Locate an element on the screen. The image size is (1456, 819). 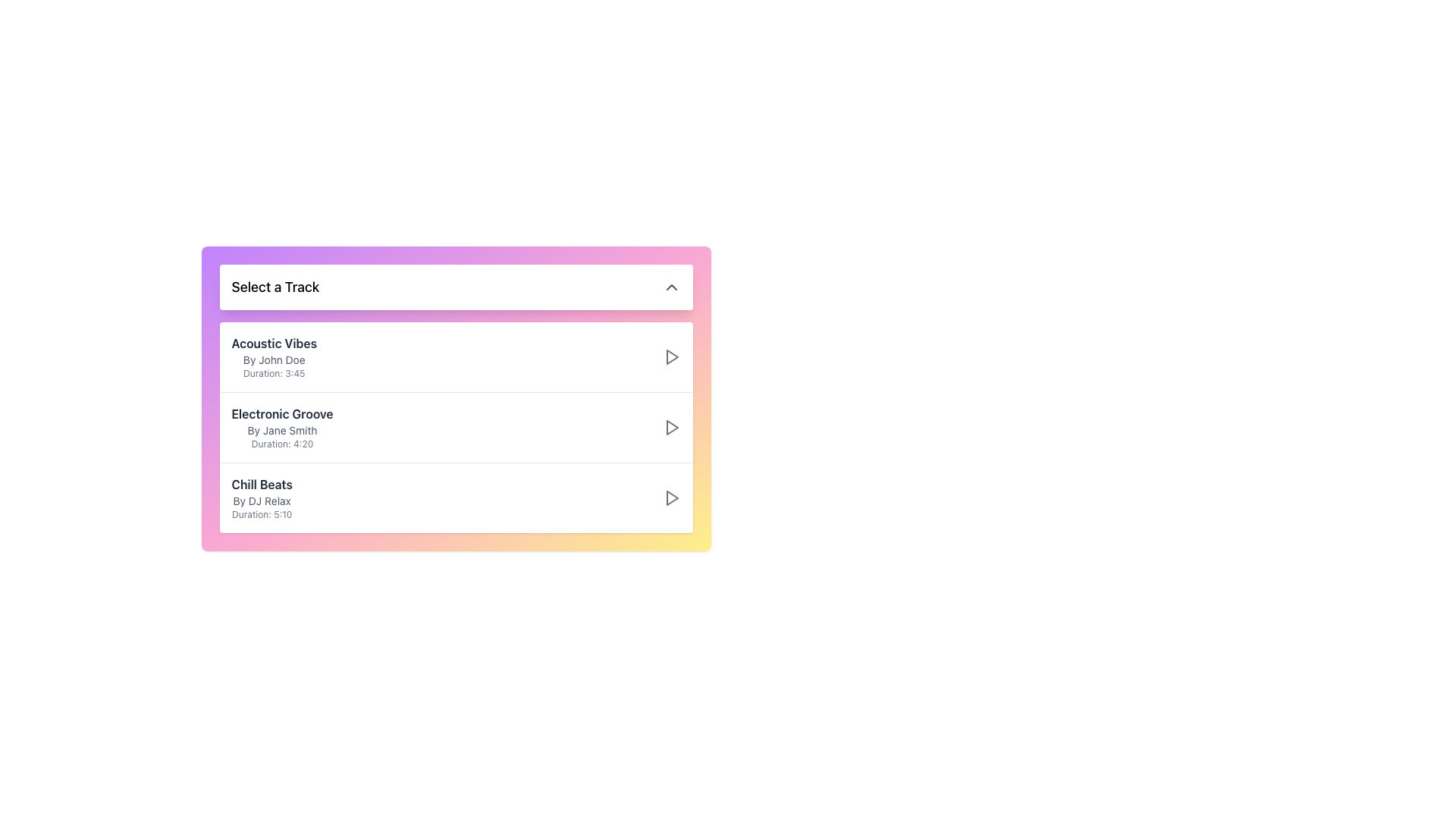
the second list item in the 'Select a Track' menu, which displays 'Electronic Groove' in bold, 'By Jane Smith' in gray, and 'Duration: 4:20' in lighter gray is located at coordinates (282, 427).